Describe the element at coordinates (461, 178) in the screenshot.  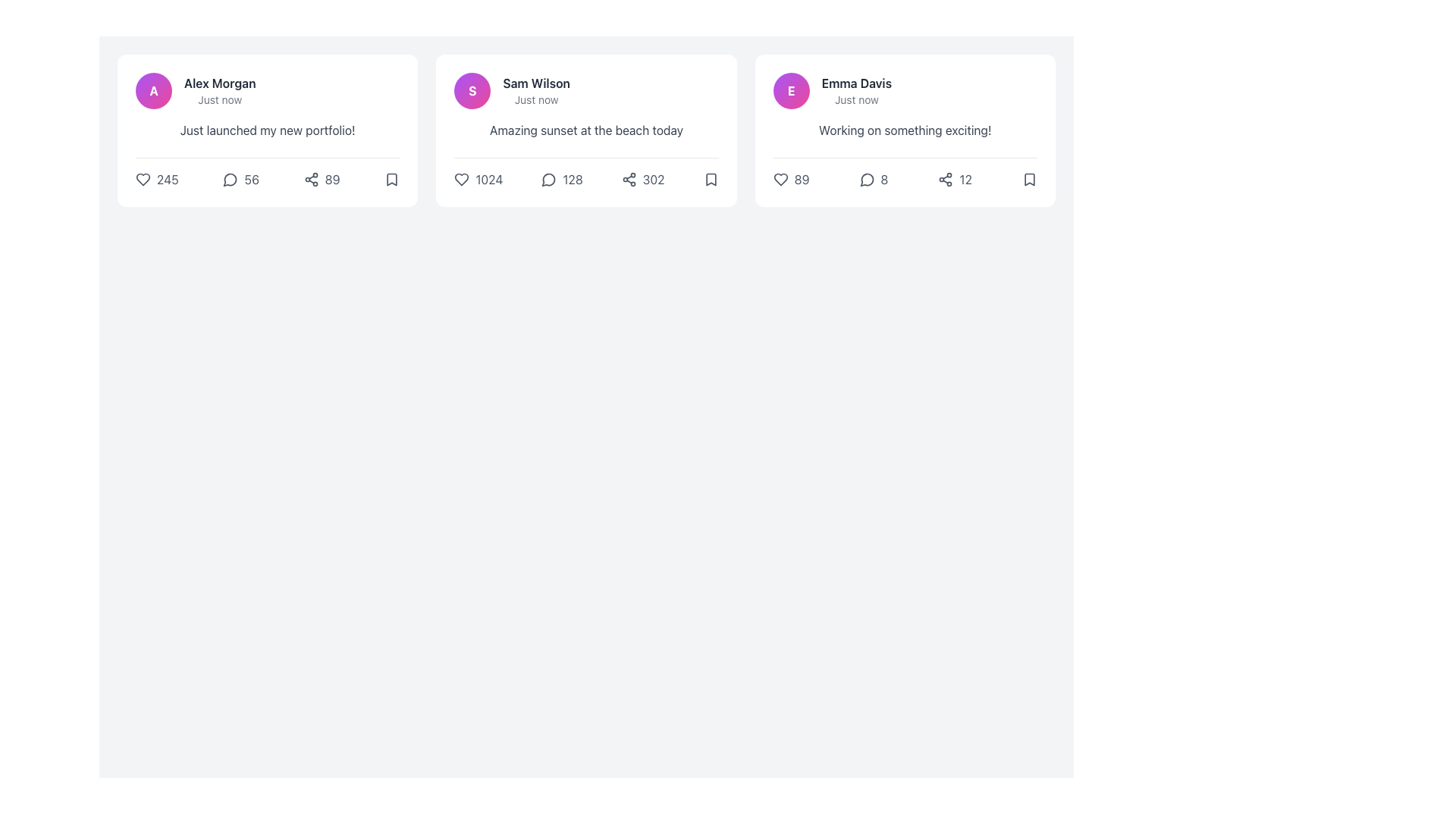
I see `the heart-shaped icon, which is dark gray and positioned to the far left of the numerical value '1024', to increase the associated count` at that location.